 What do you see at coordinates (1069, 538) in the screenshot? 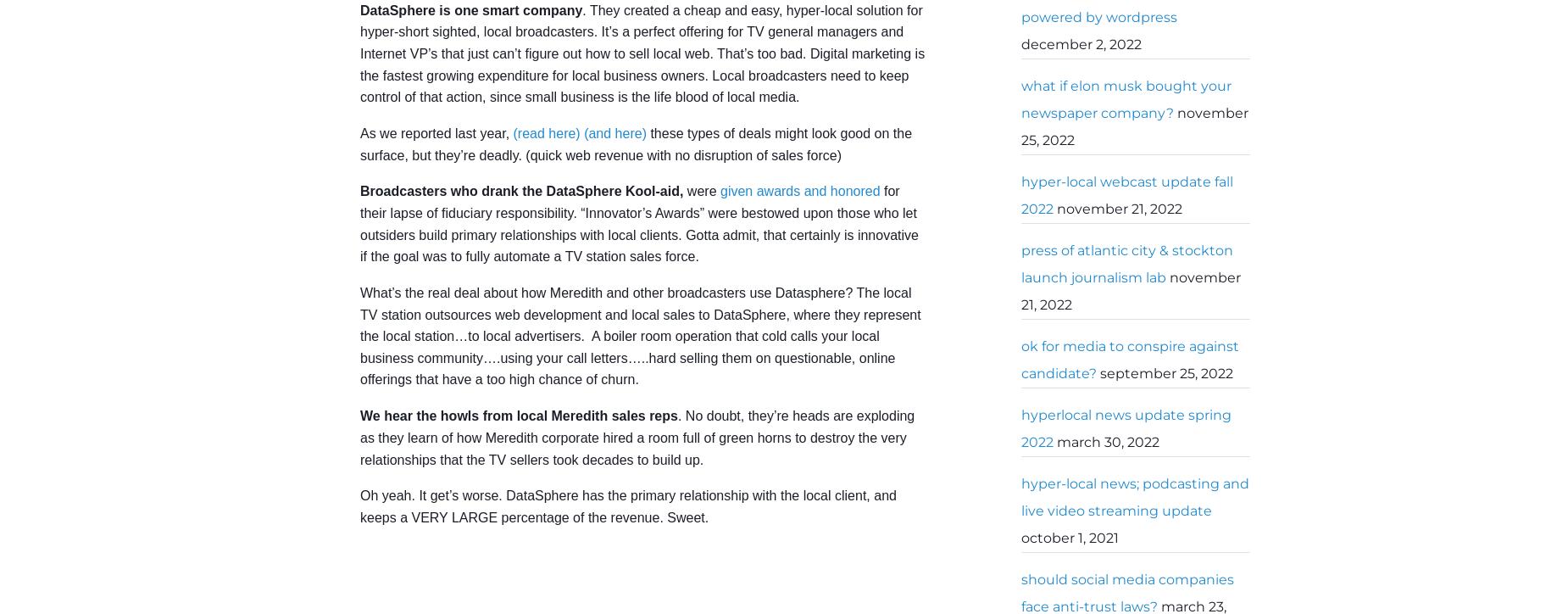
I see `'October 1, 2021'` at bounding box center [1069, 538].